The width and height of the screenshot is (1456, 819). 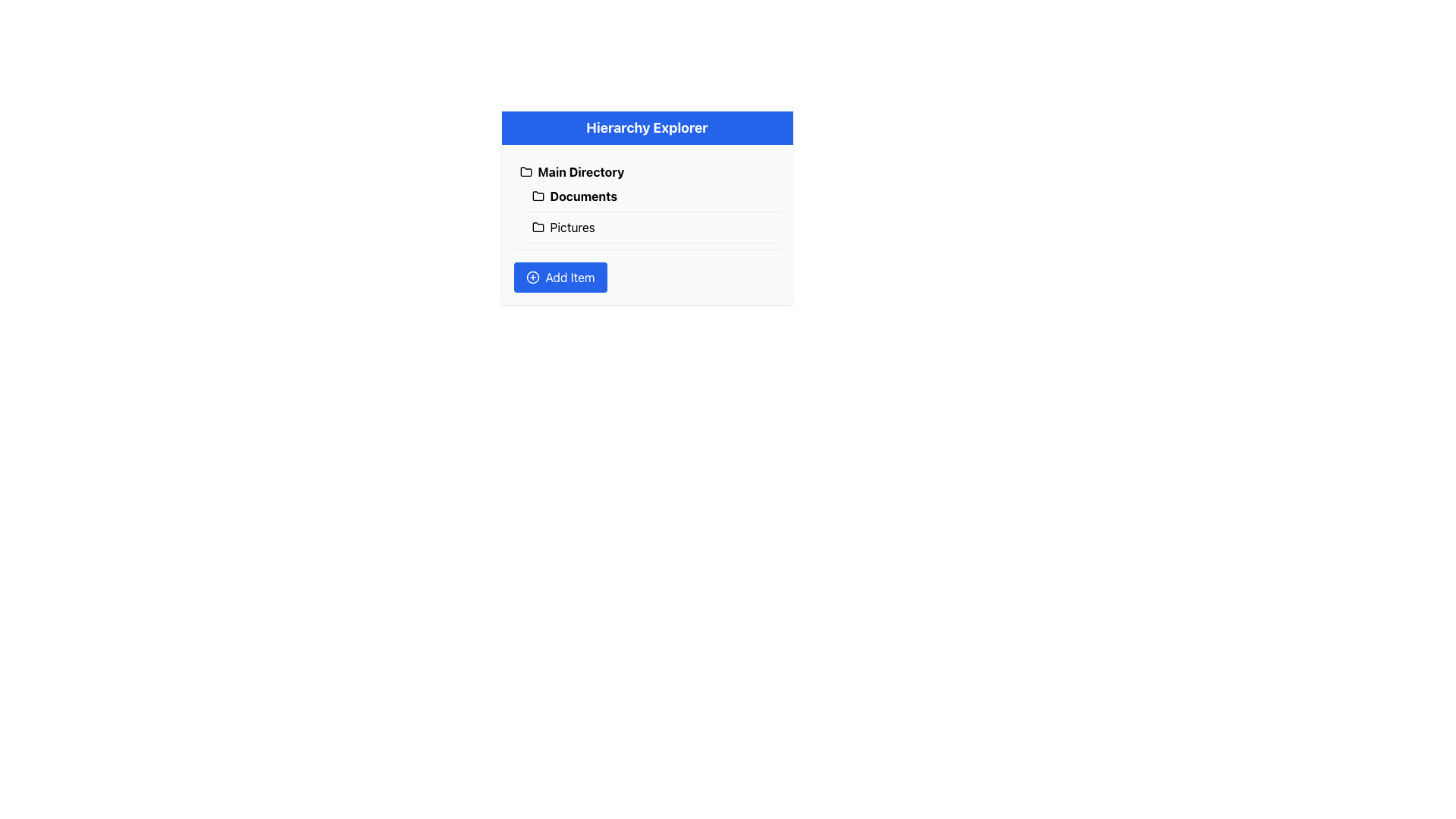 I want to click on the Circular graphical icon located within the 'Add Item' button, which is positioned below the directory structure in the interface, so click(x=532, y=278).